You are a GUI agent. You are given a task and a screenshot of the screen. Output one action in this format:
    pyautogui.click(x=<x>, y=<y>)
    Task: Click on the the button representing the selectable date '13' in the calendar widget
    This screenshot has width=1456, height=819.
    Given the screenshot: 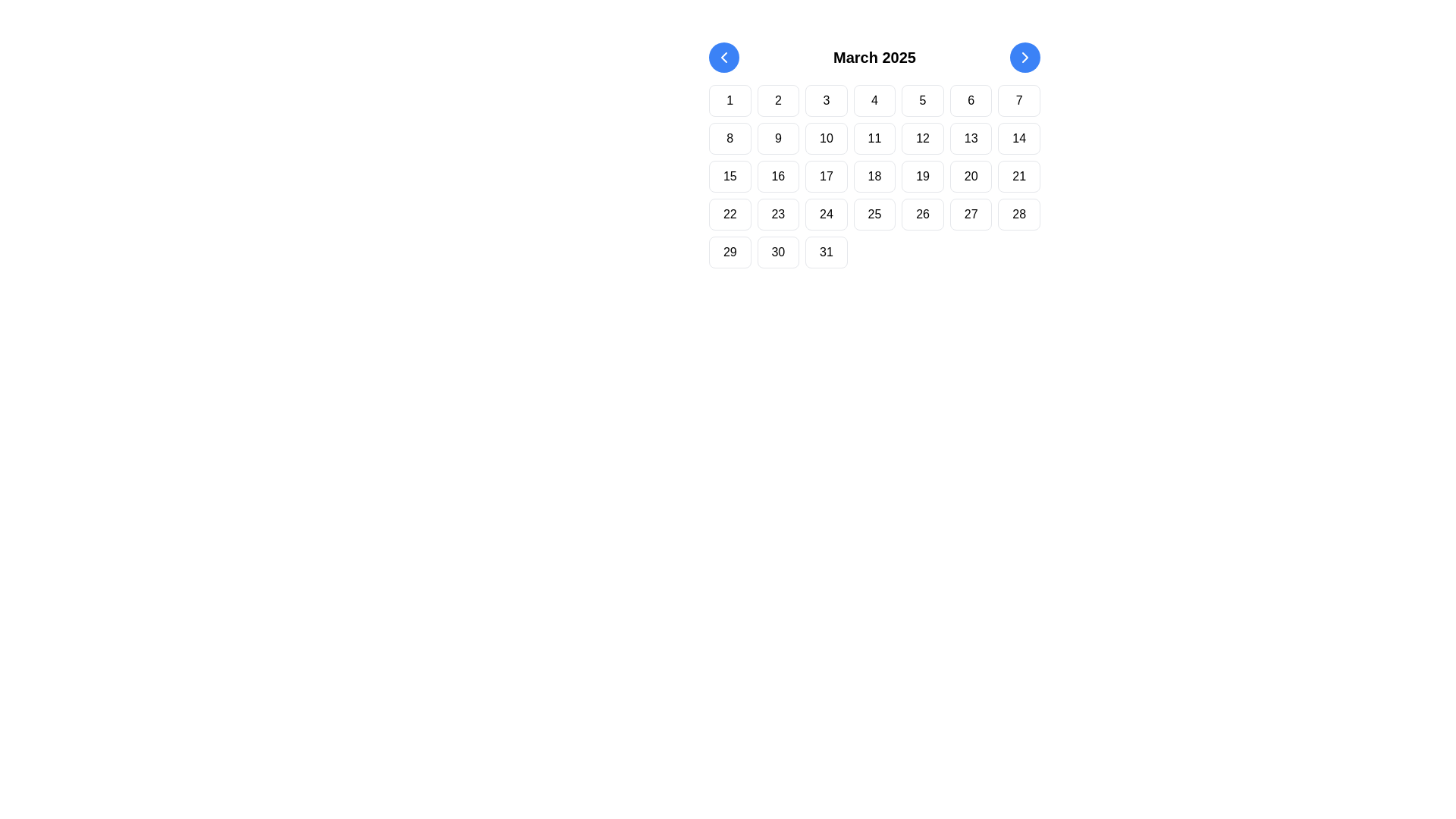 What is the action you would take?
    pyautogui.click(x=971, y=138)
    